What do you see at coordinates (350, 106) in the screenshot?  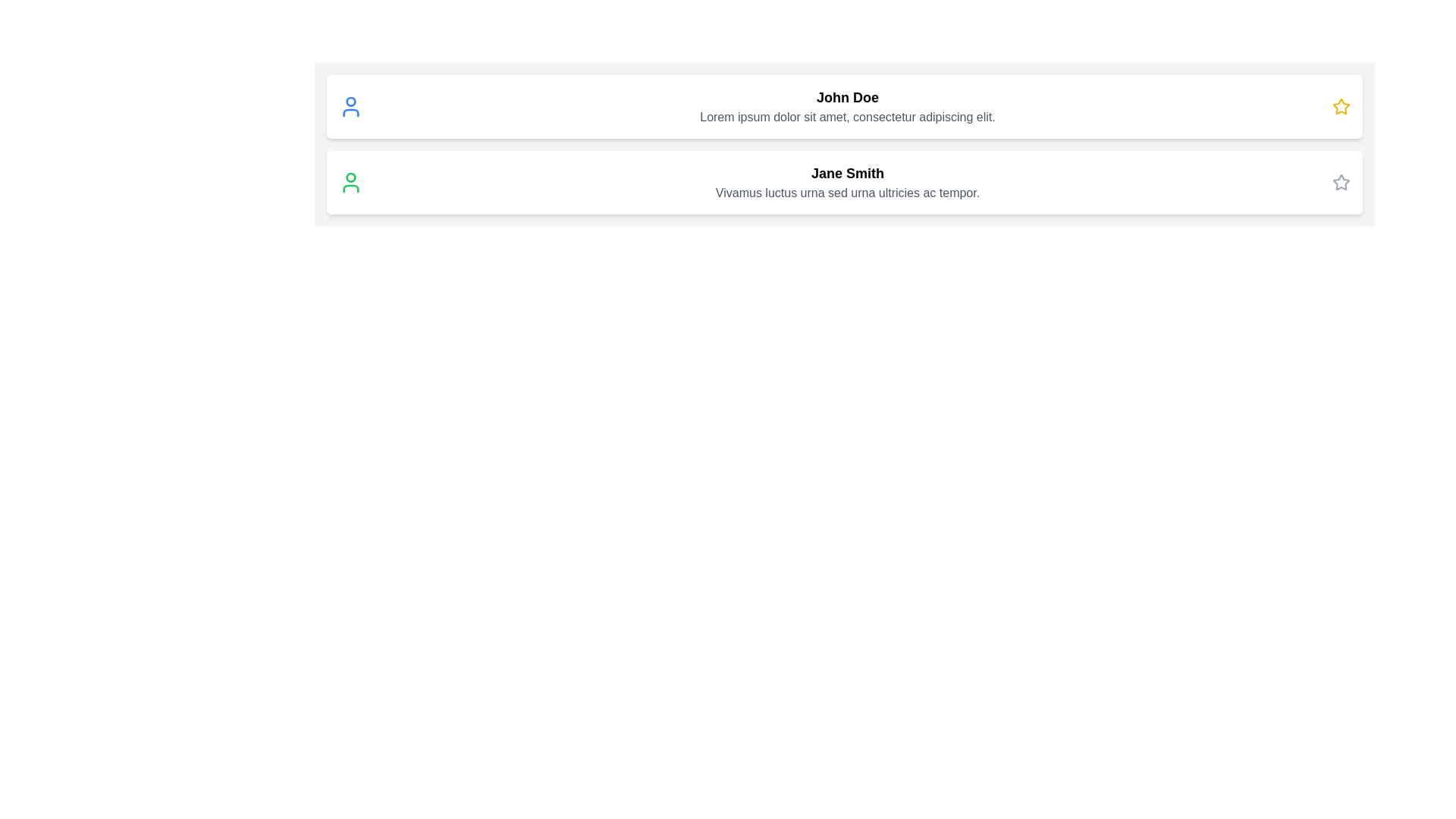 I see `the user profile icon, which is a simplistic outline of a human bust in blue color, located to the left of the text header 'John Doe'` at bounding box center [350, 106].